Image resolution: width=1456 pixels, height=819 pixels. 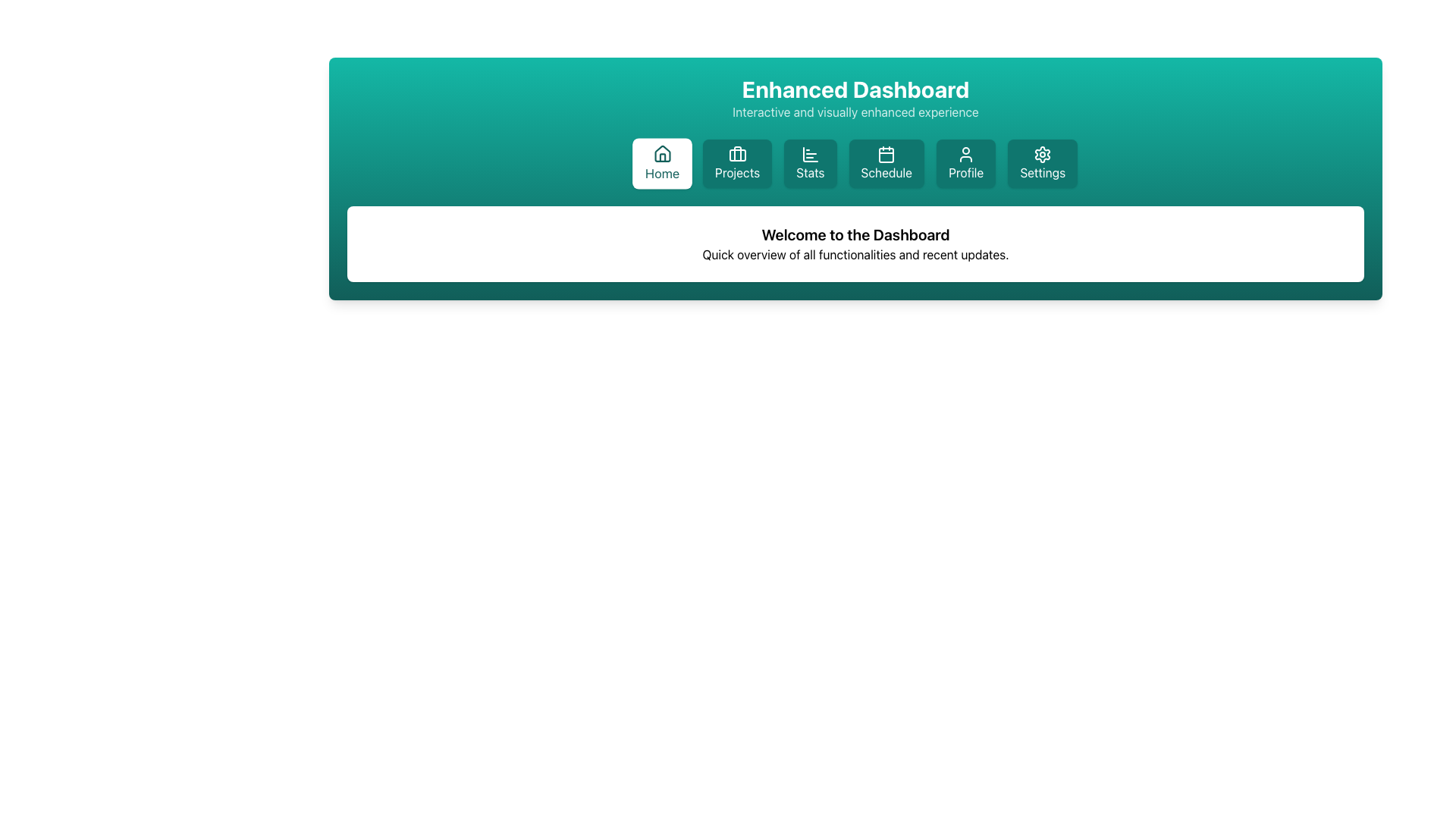 What do you see at coordinates (662, 154) in the screenshot?
I see `the 'Home' button icon located at the top center of the interface in the navigation bar` at bounding box center [662, 154].